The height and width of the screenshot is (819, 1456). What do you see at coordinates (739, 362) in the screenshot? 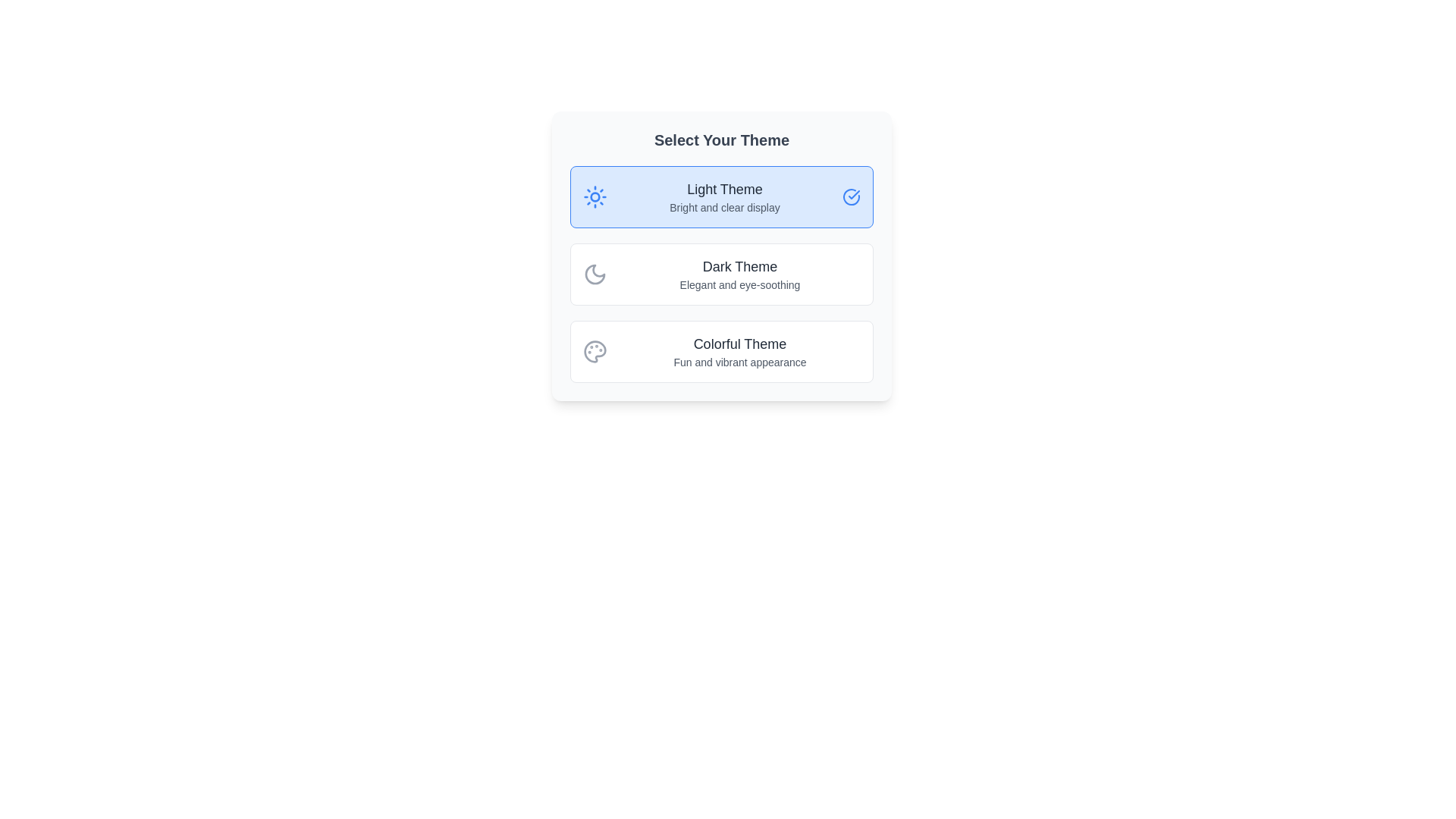
I see `the text label displaying 'Fun and vibrant appearance', which is located below the title 'Colorful Theme' in the bottom section of the card for 'Colorful Theme'` at bounding box center [739, 362].